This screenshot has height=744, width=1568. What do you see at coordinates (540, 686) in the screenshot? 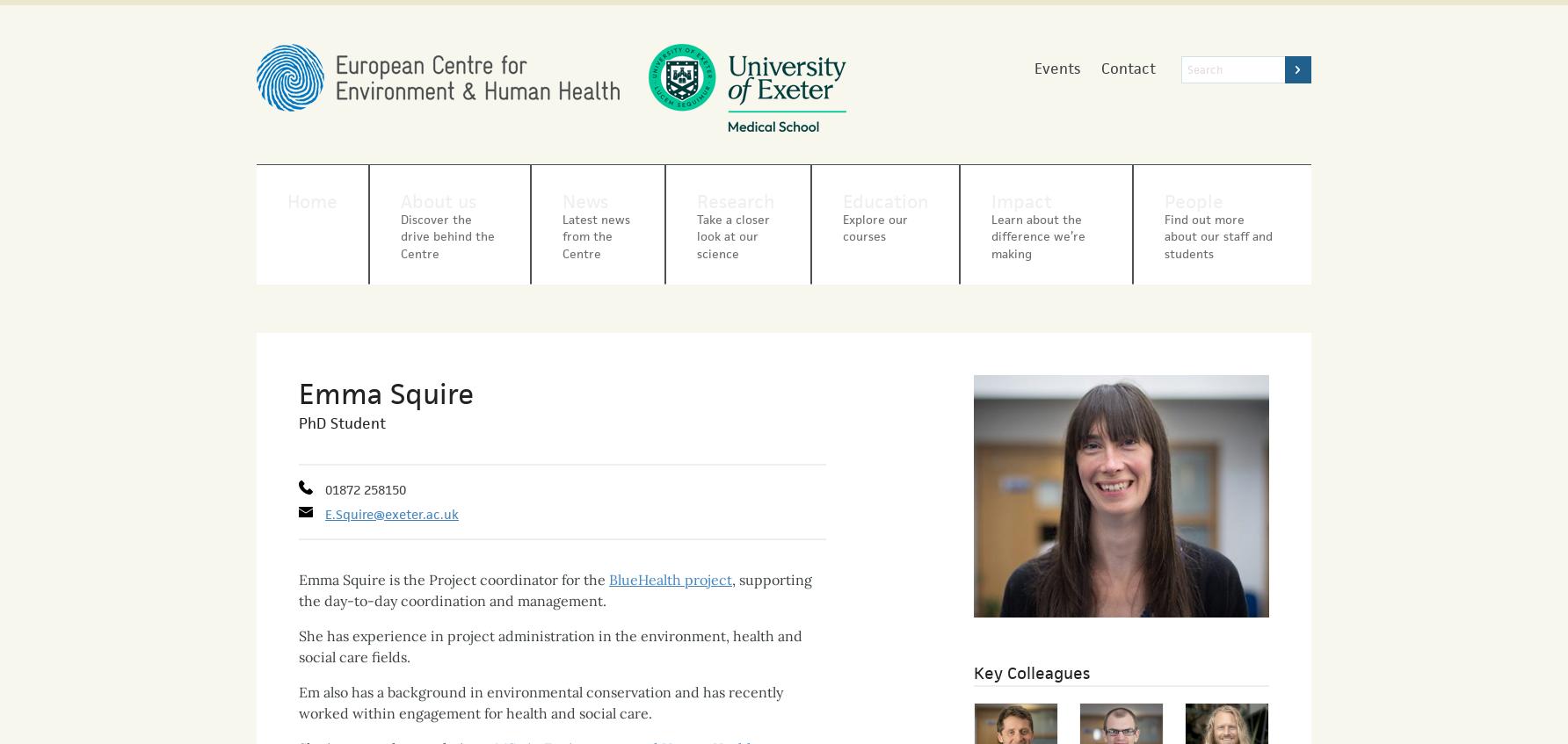
I see `'Em also has a background in environmental conservation and has recently worked within engagement for health and social care.'` at bounding box center [540, 686].